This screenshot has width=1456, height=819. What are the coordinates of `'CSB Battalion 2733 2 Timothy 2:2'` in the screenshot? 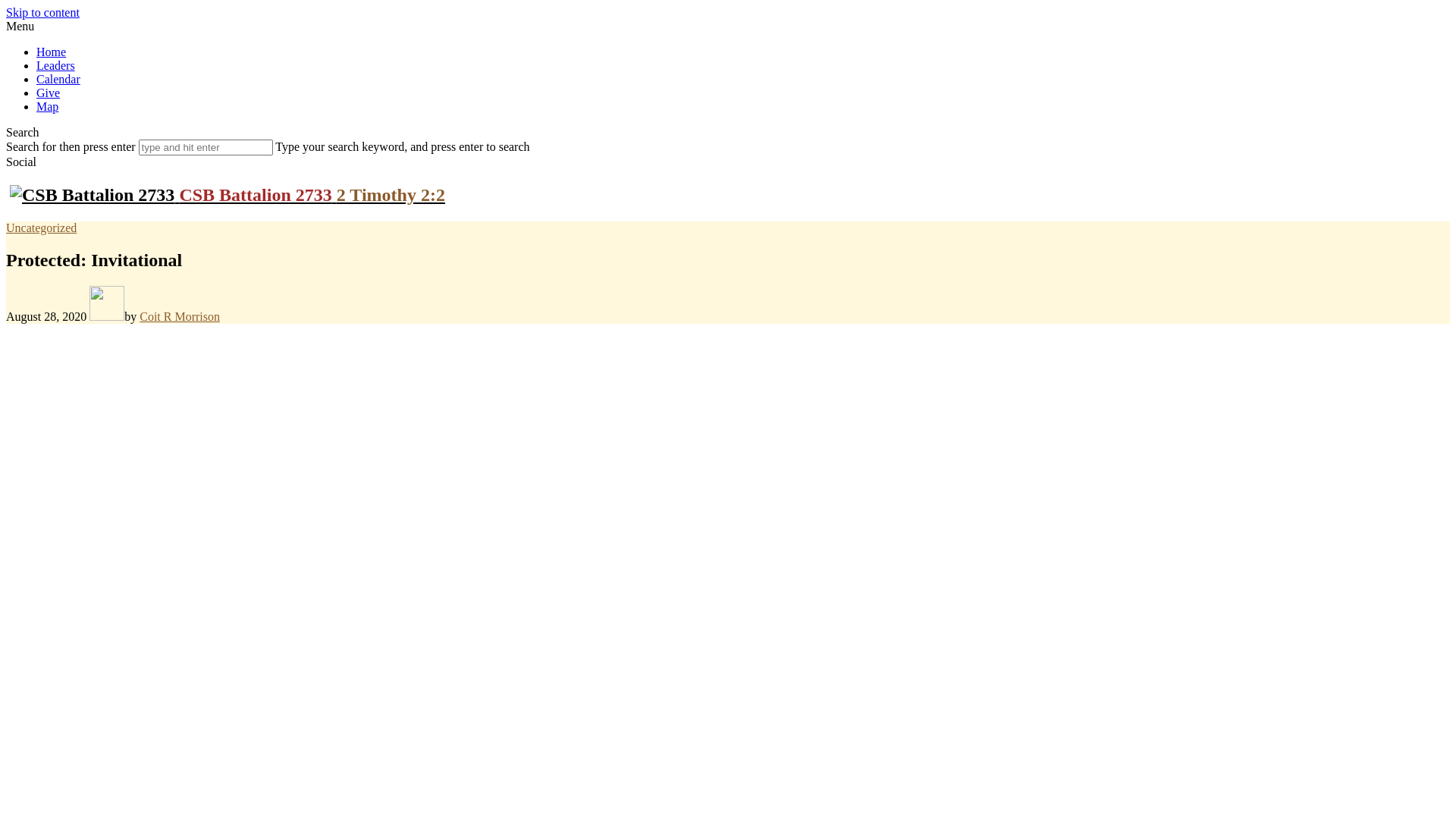 It's located at (226, 194).